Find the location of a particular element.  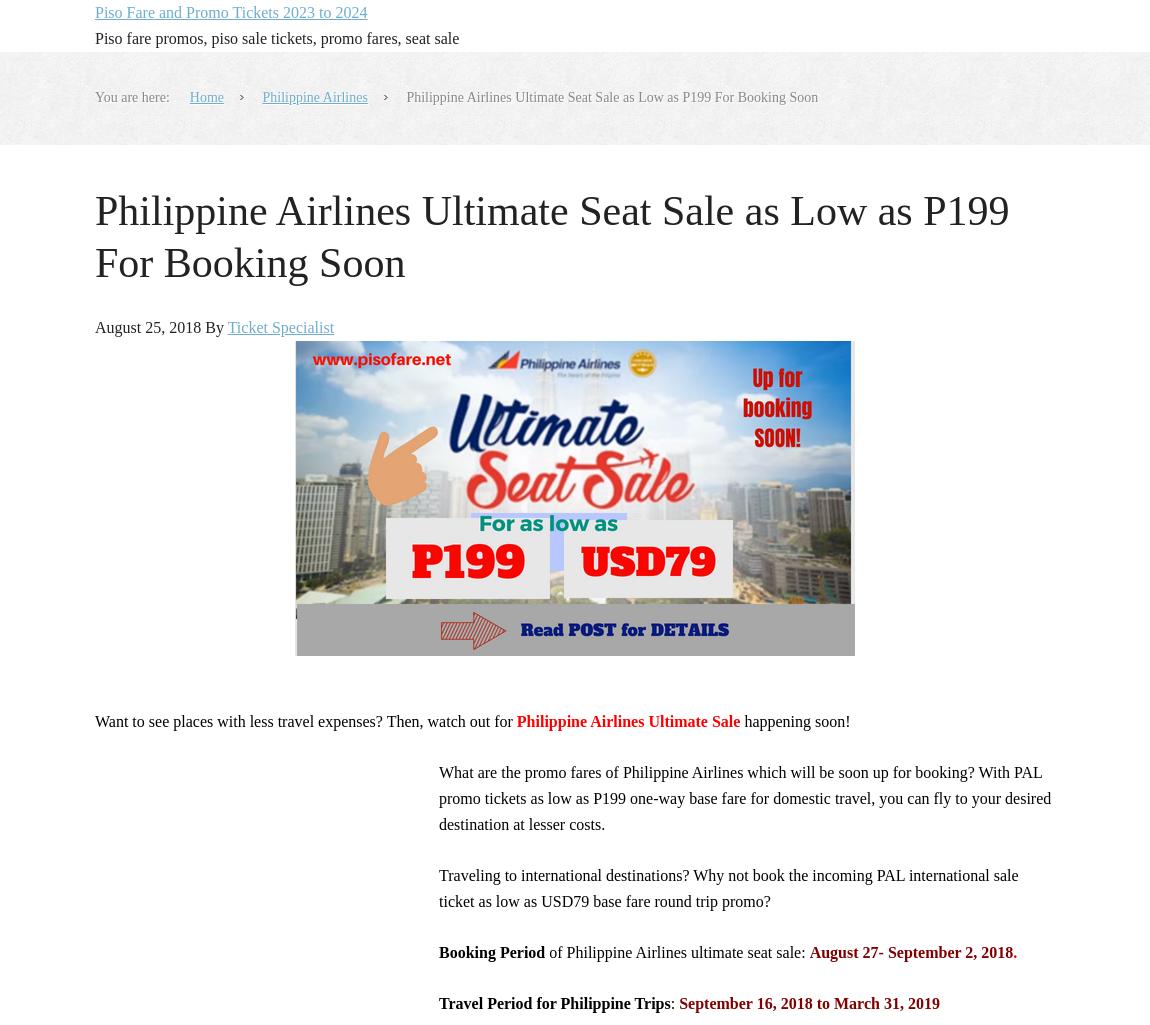

'of Philippine Airlines ultimate seat sale:' is located at coordinates (677, 951).